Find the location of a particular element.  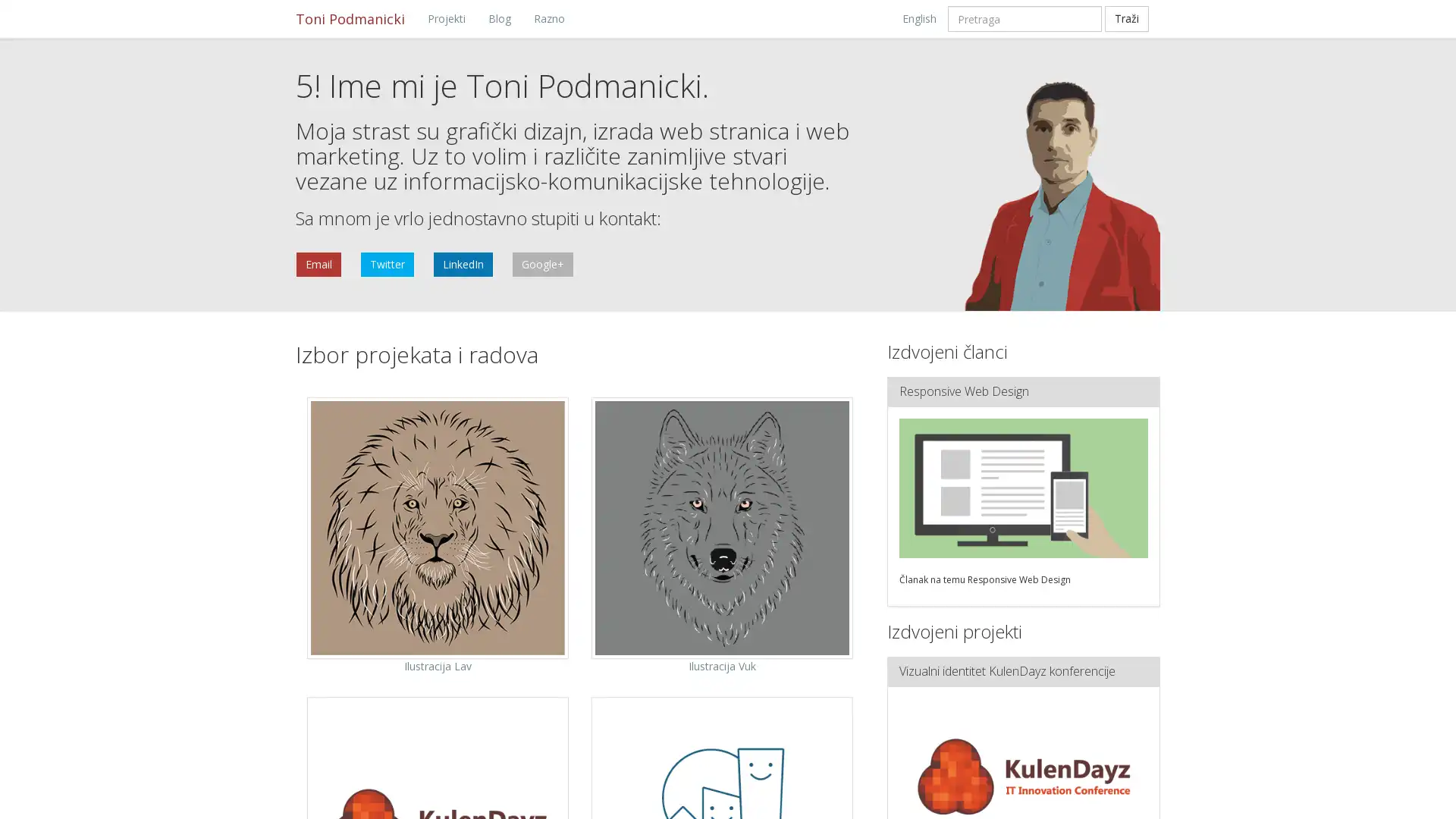

Trazi is located at coordinates (1127, 18).